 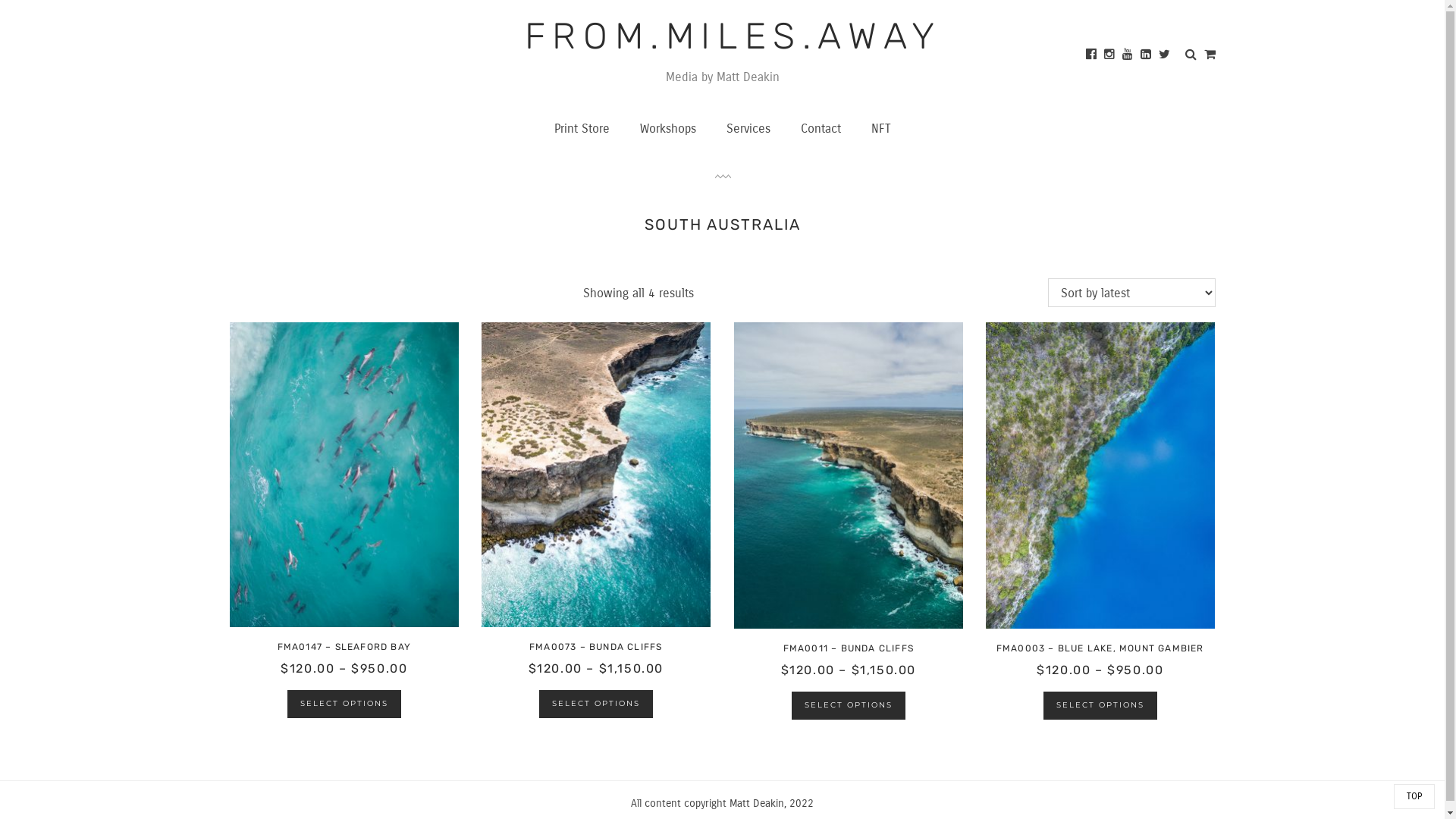 I want to click on 'NFT', so click(x=880, y=127).